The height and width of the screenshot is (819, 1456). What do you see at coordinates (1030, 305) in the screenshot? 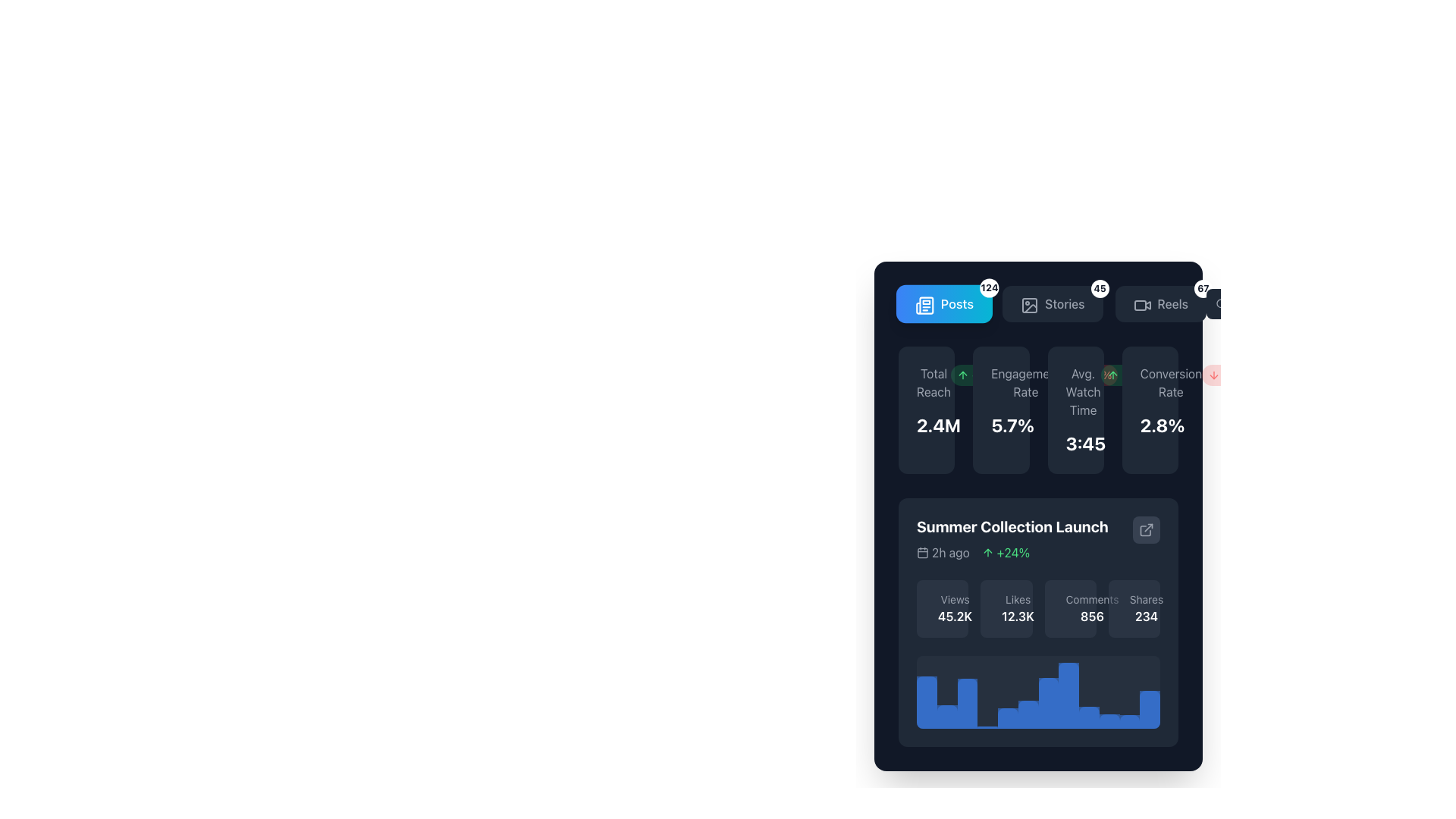
I see `the minimalist icon resembling an image placeholder located in the top navigation bar, positioned between the 'Stories' and 'Reels' tabs` at bounding box center [1030, 305].